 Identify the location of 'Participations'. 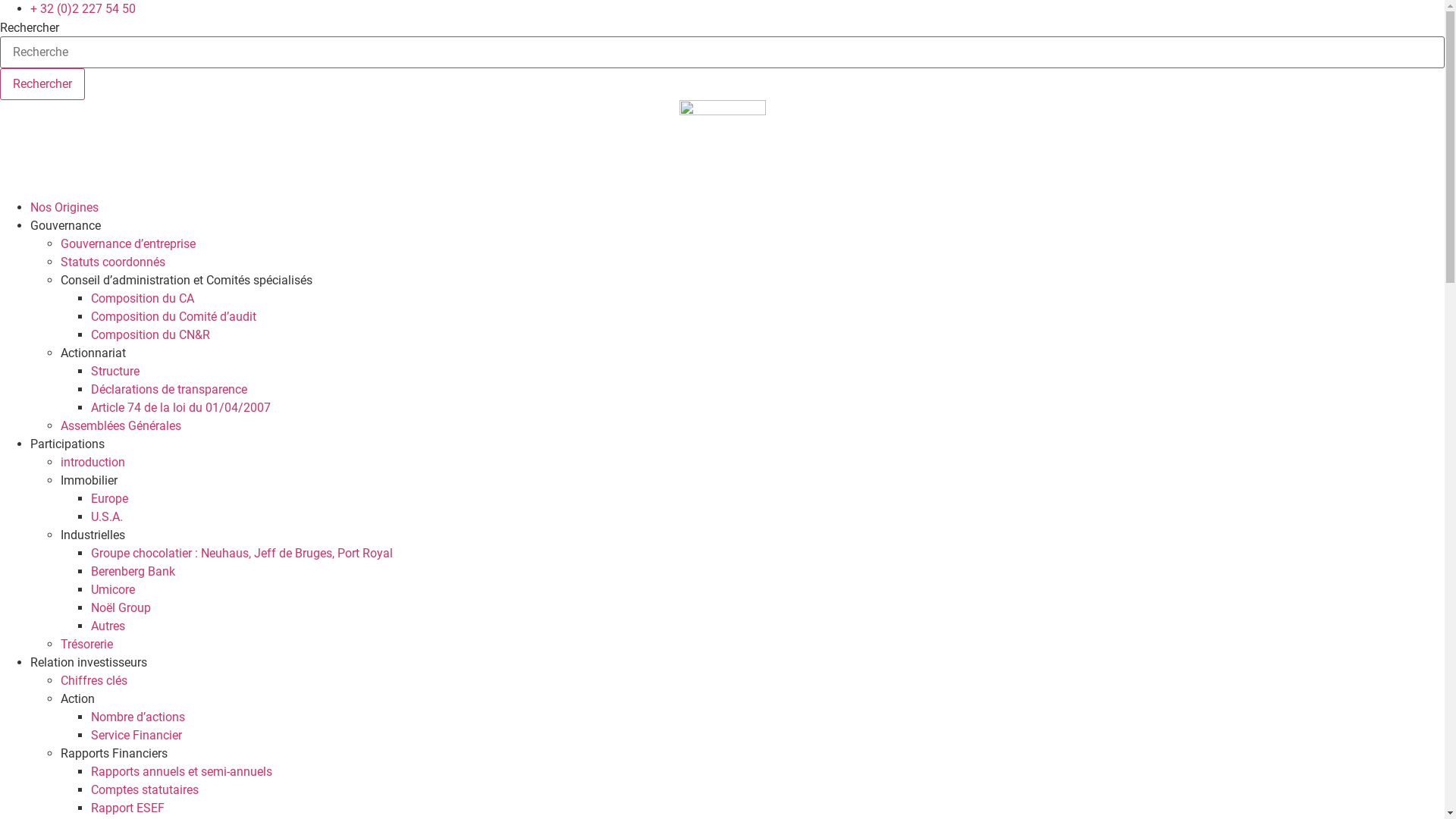
(67, 444).